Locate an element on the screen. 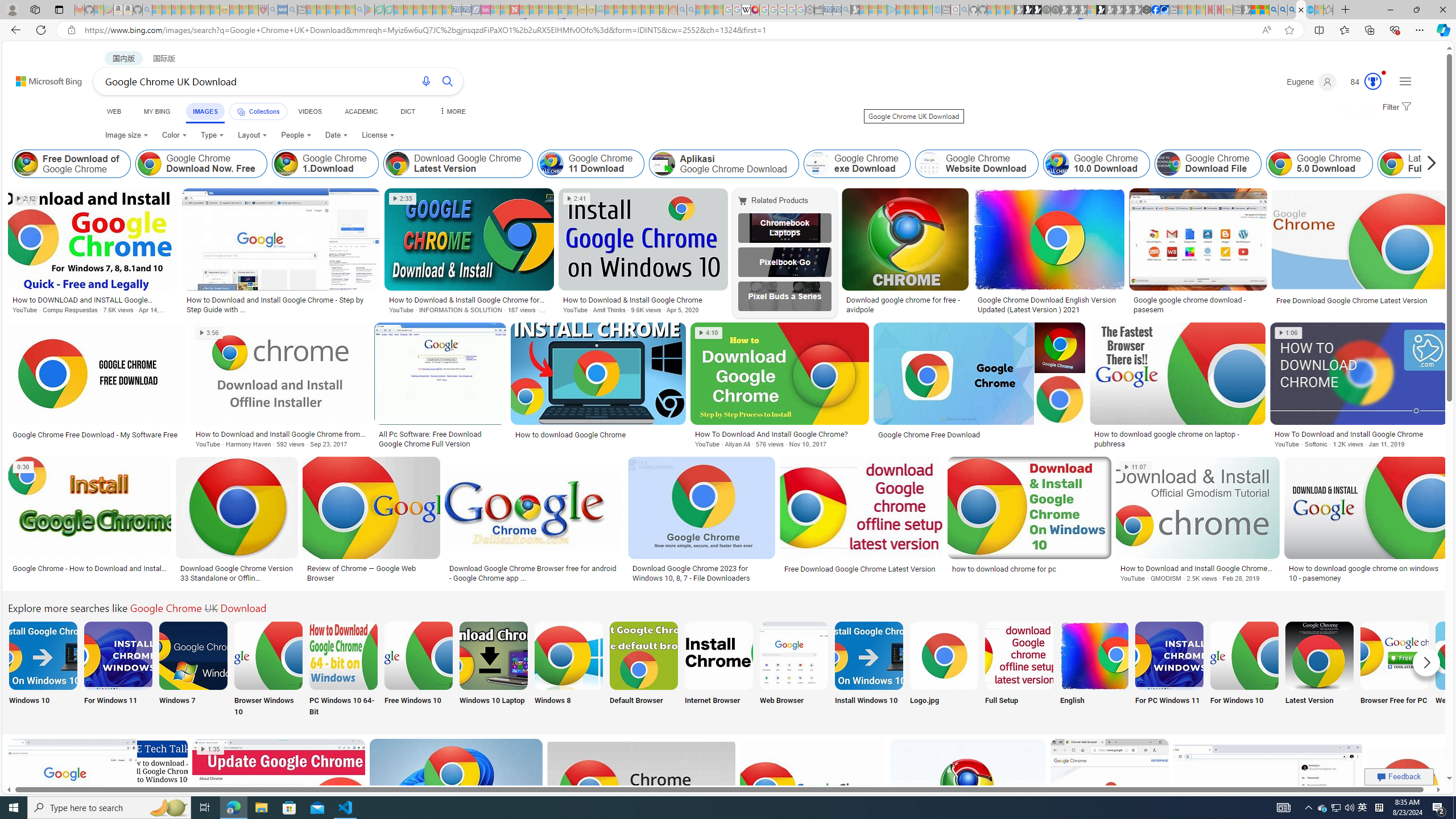 The image size is (1456, 819). 'Image size' is located at coordinates (126, 135).